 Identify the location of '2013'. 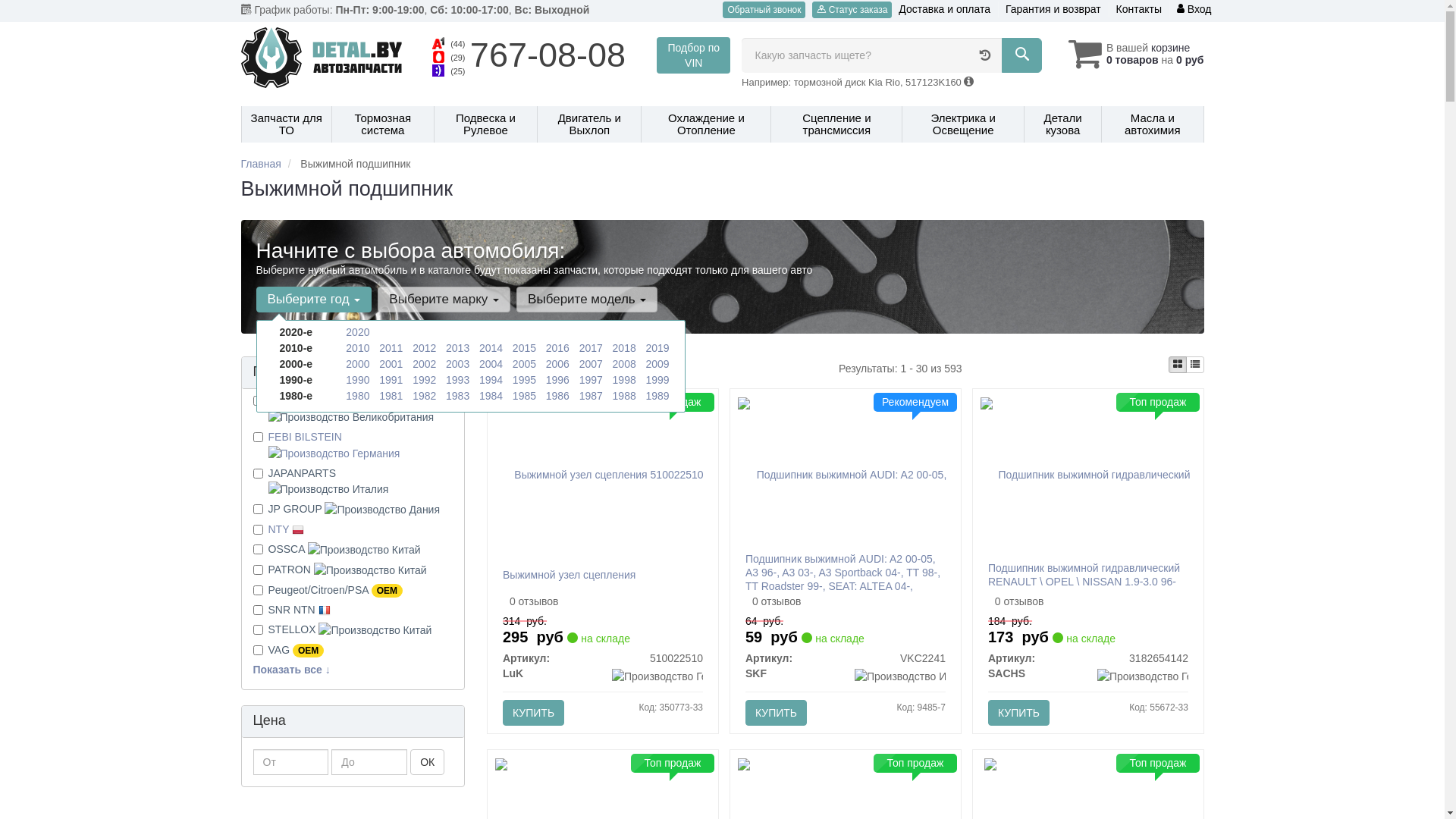
(457, 348).